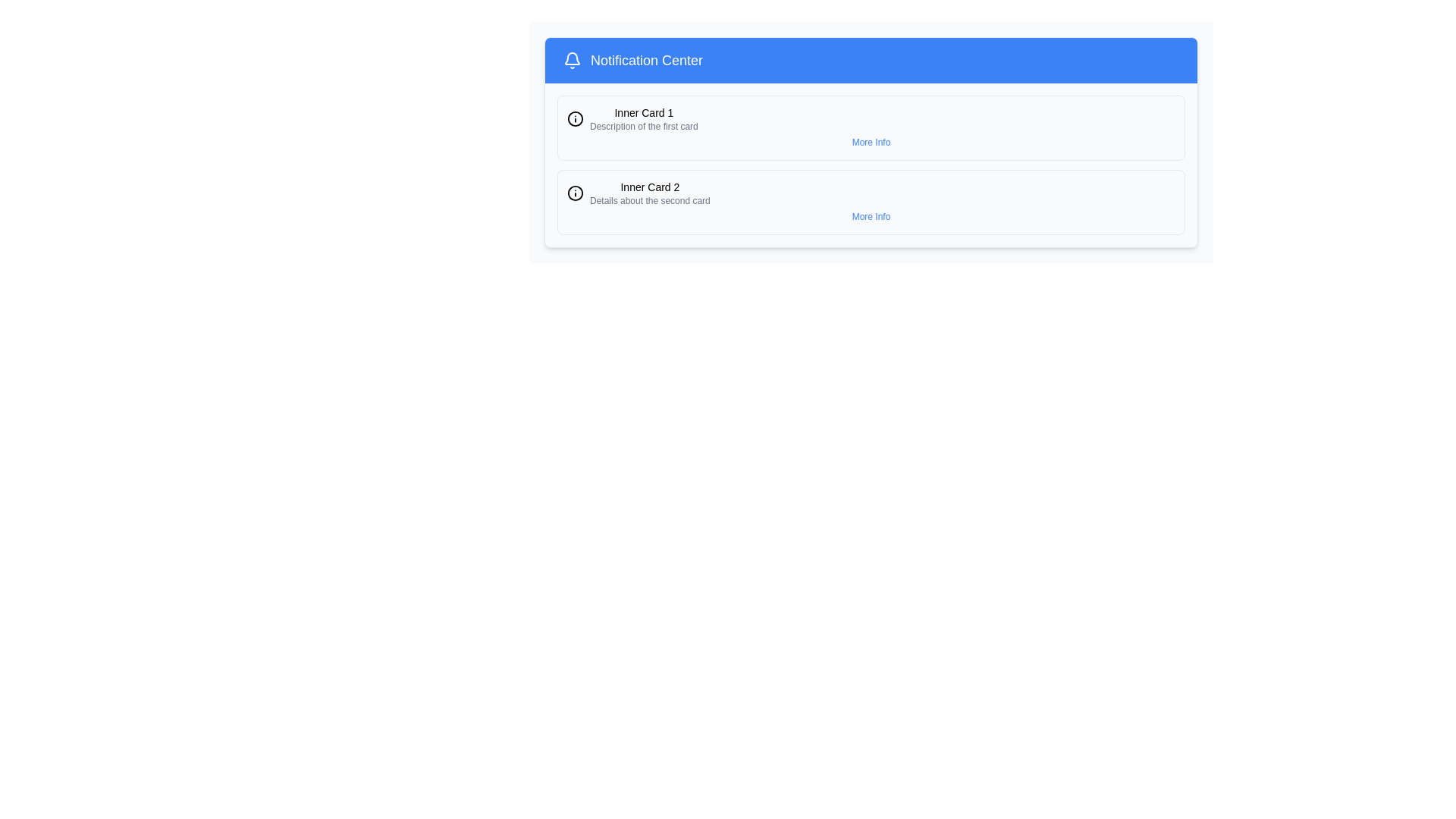 Image resolution: width=1456 pixels, height=819 pixels. I want to click on the bell-shaped notification icon located in the blue header bar next to the 'Notification Center' text, so click(571, 60).